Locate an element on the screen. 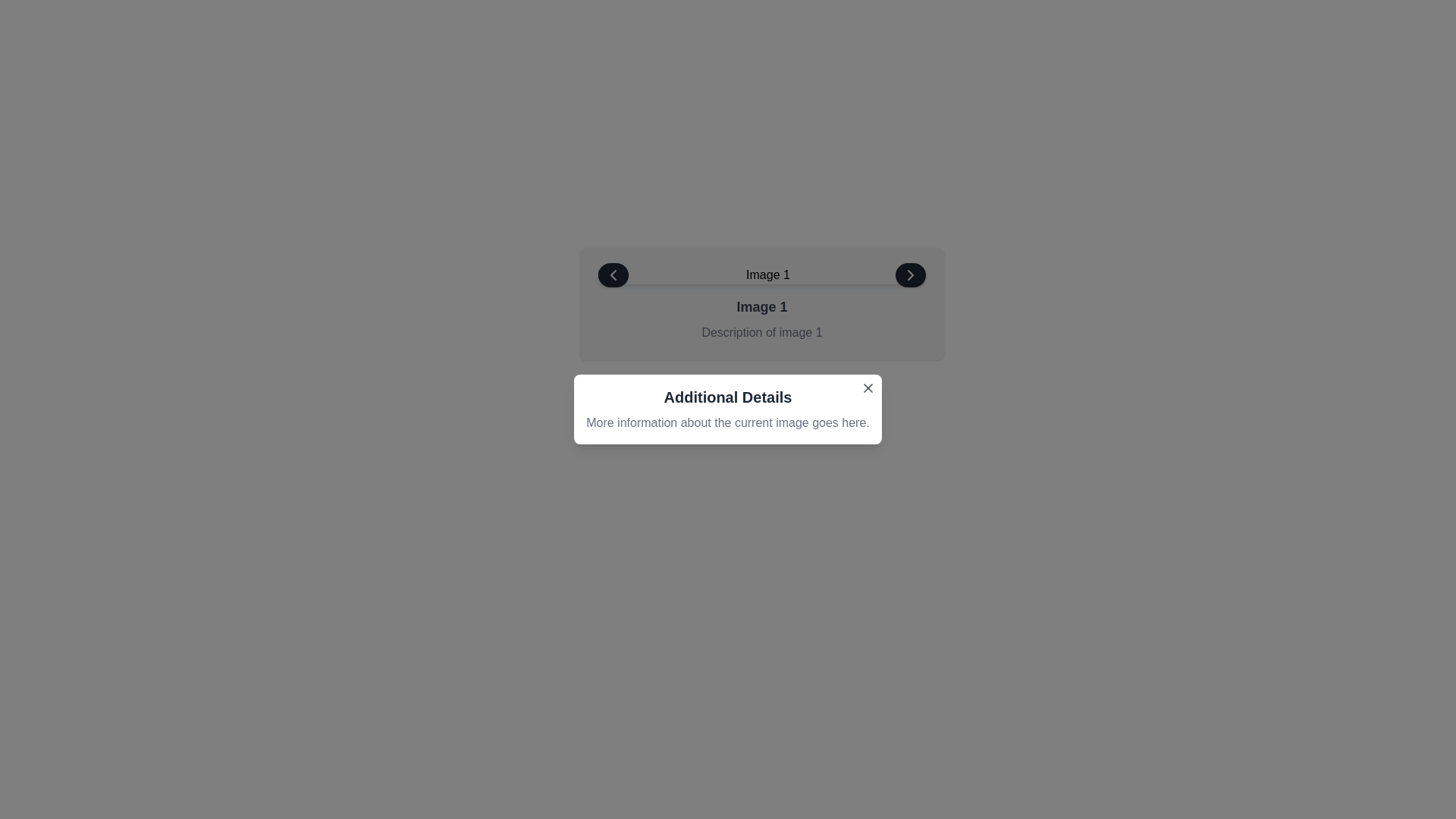  the text label or heading element that displays the title or identifier of the current image, located centrally above the descriptive text 'Description of image 1' is located at coordinates (761, 307).